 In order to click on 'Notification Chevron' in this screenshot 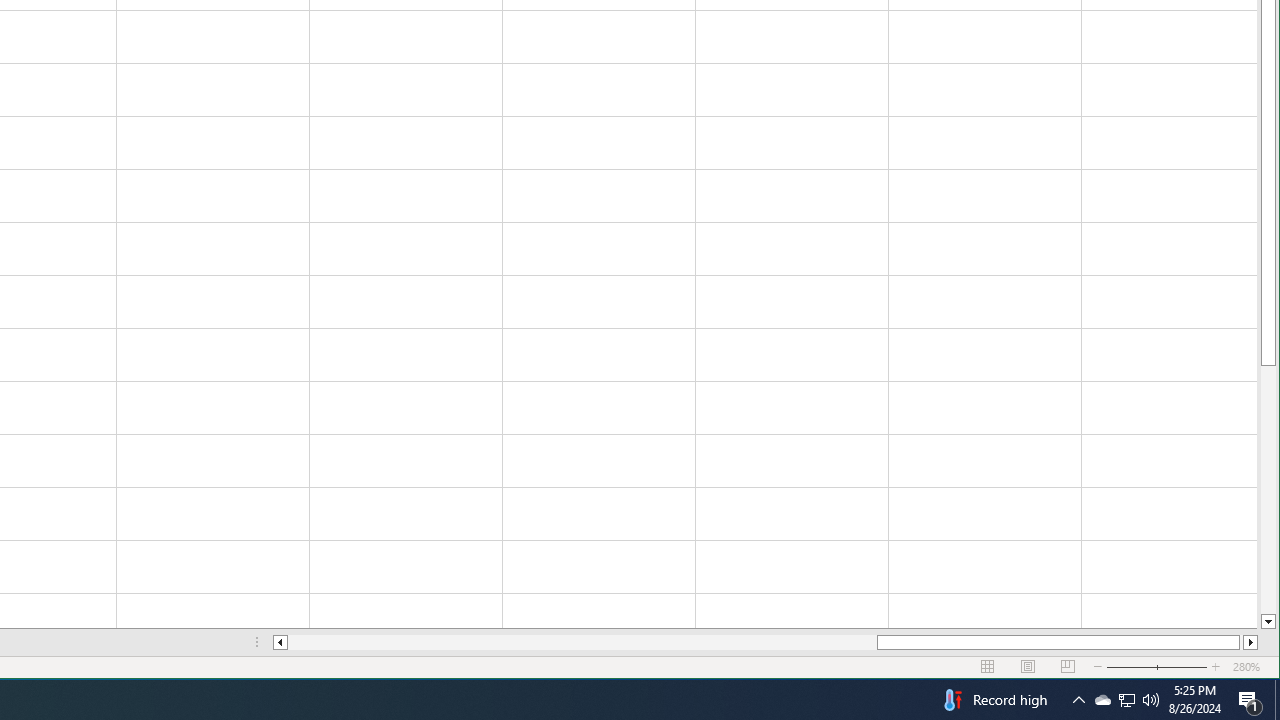, I will do `click(1078, 698)`.